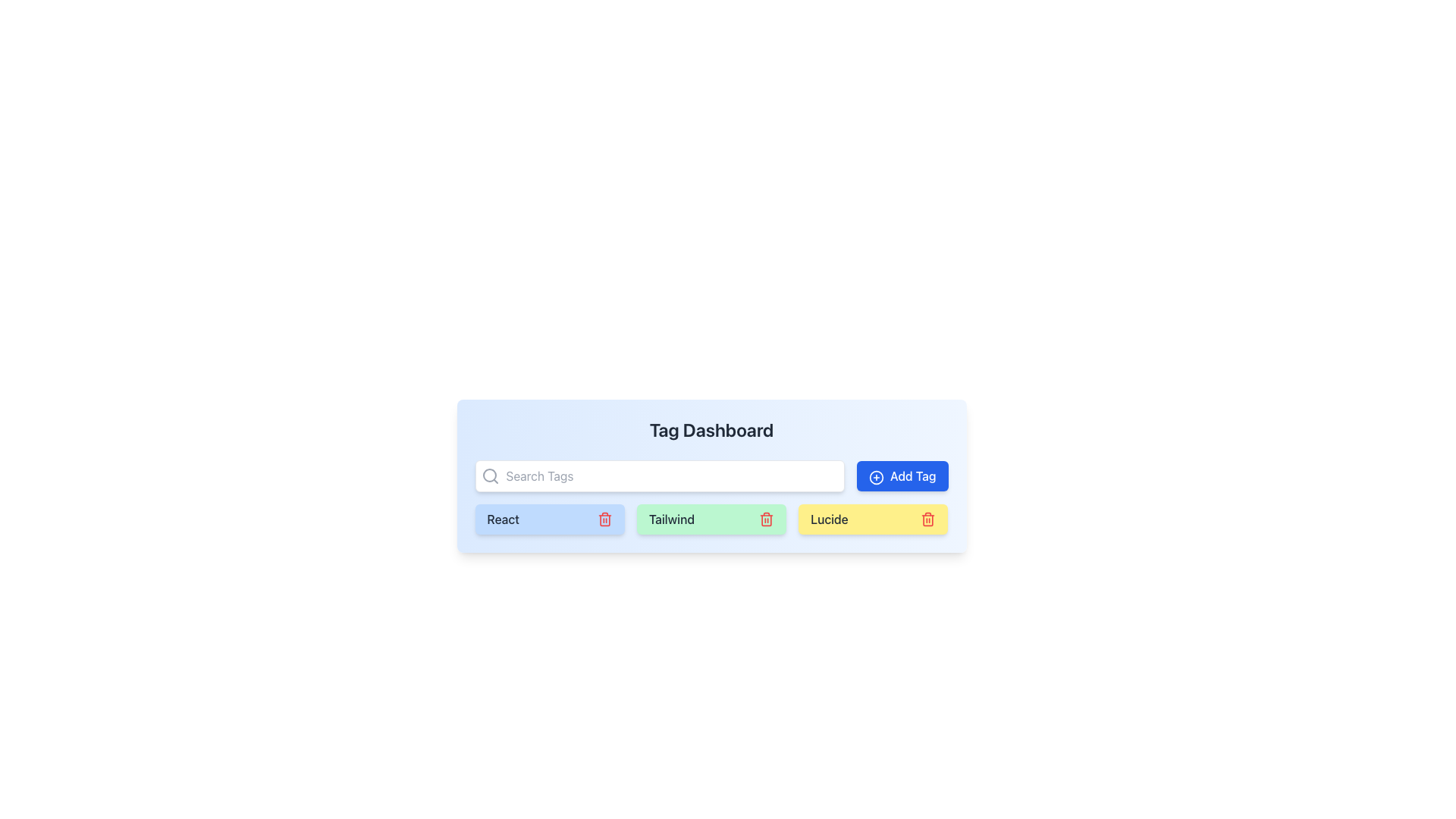 Image resolution: width=1456 pixels, height=819 pixels. What do you see at coordinates (767, 519) in the screenshot?
I see `the 'delete' icon located in the green area labeled 'Tailwind' below the search bar` at bounding box center [767, 519].